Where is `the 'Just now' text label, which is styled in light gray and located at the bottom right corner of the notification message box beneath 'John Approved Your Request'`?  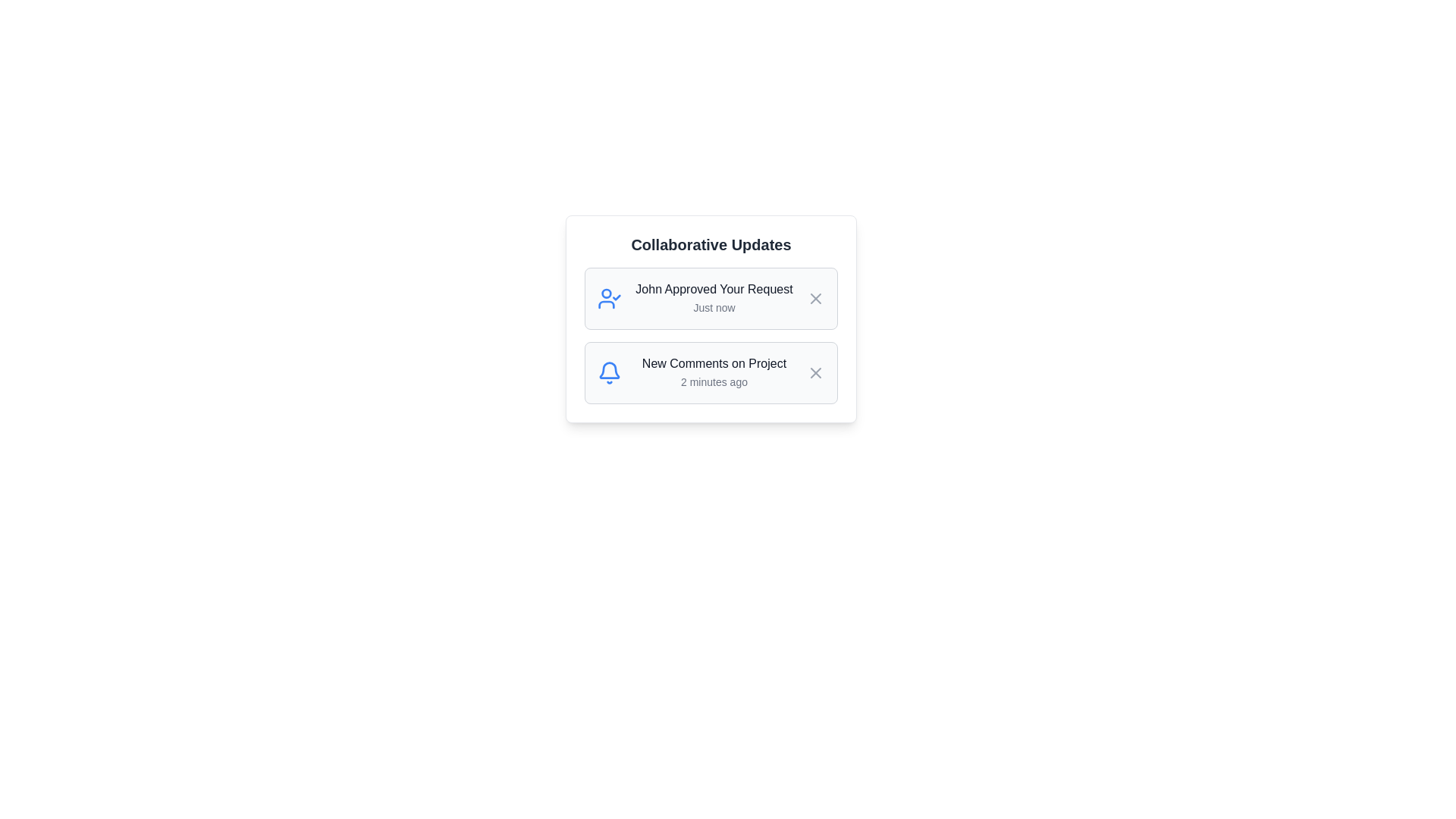
the 'Just now' text label, which is styled in light gray and located at the bottom right corner of the notification message box beneath 'John Approved Your Request' is located at coordinates (713, 307).